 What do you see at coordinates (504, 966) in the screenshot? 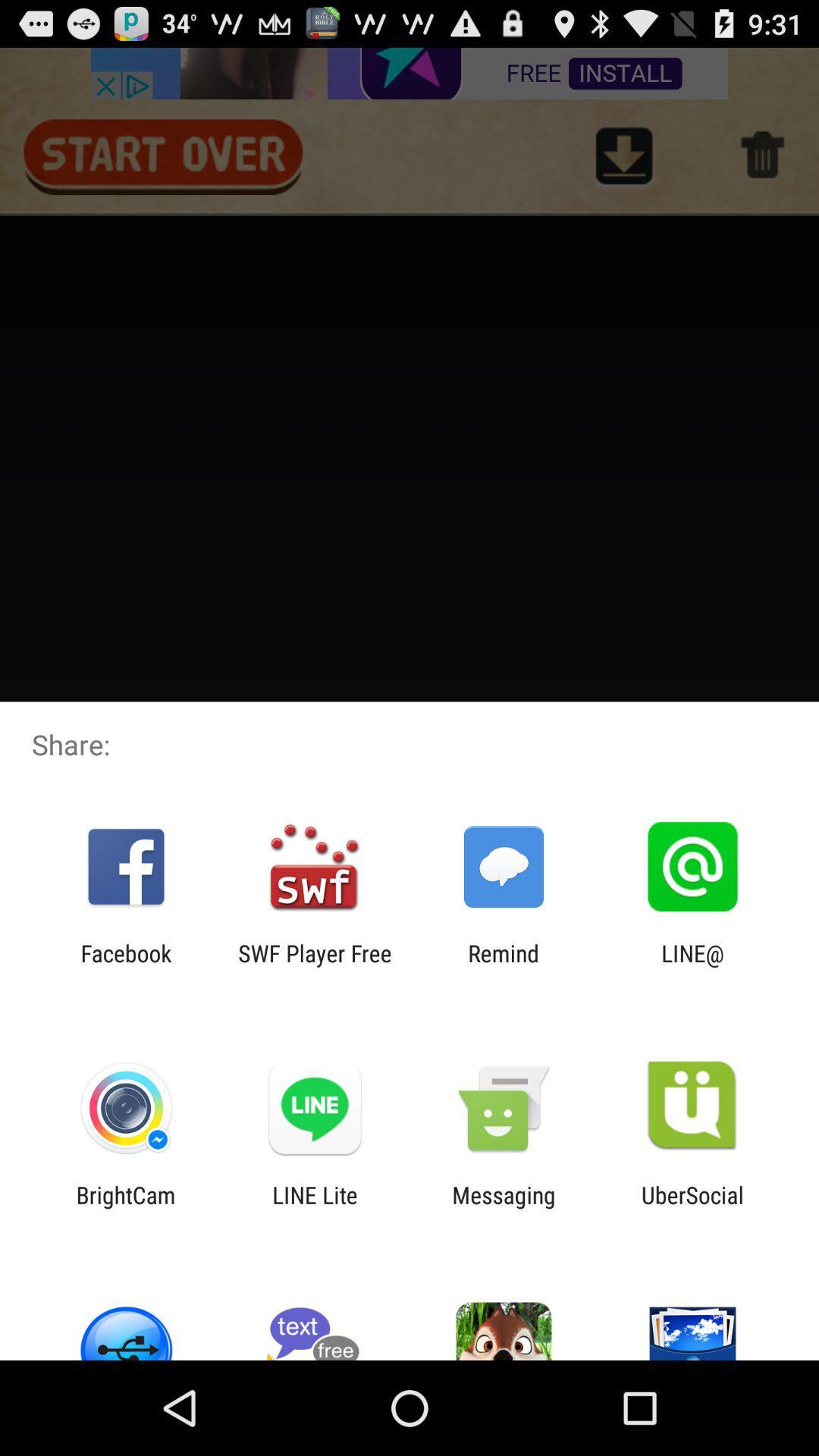
I see `item to the left of line@ icon` at bounding box center [504, 966].